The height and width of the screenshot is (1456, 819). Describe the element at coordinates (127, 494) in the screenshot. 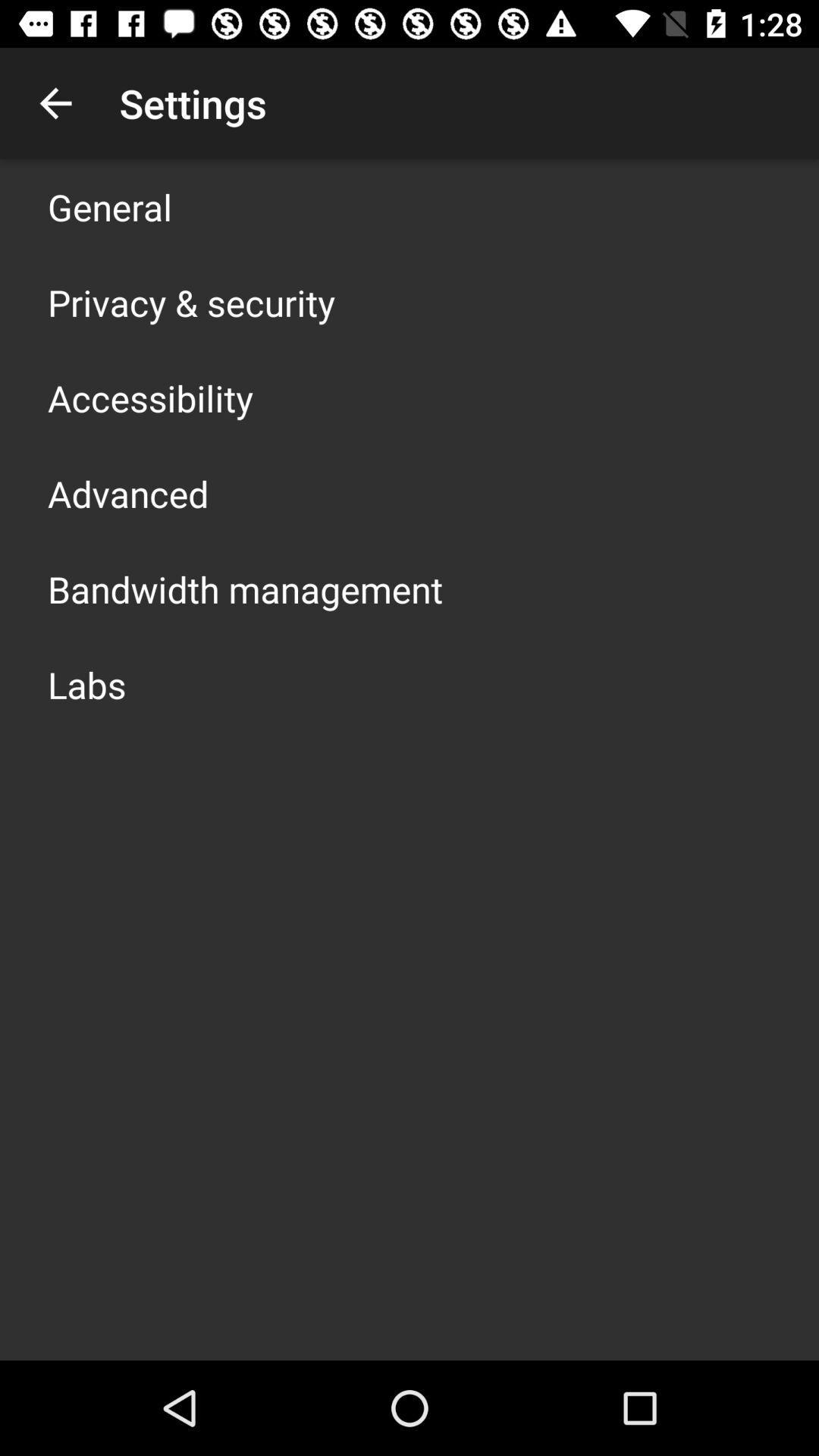

I see `the app below accessibility icon` at that location.